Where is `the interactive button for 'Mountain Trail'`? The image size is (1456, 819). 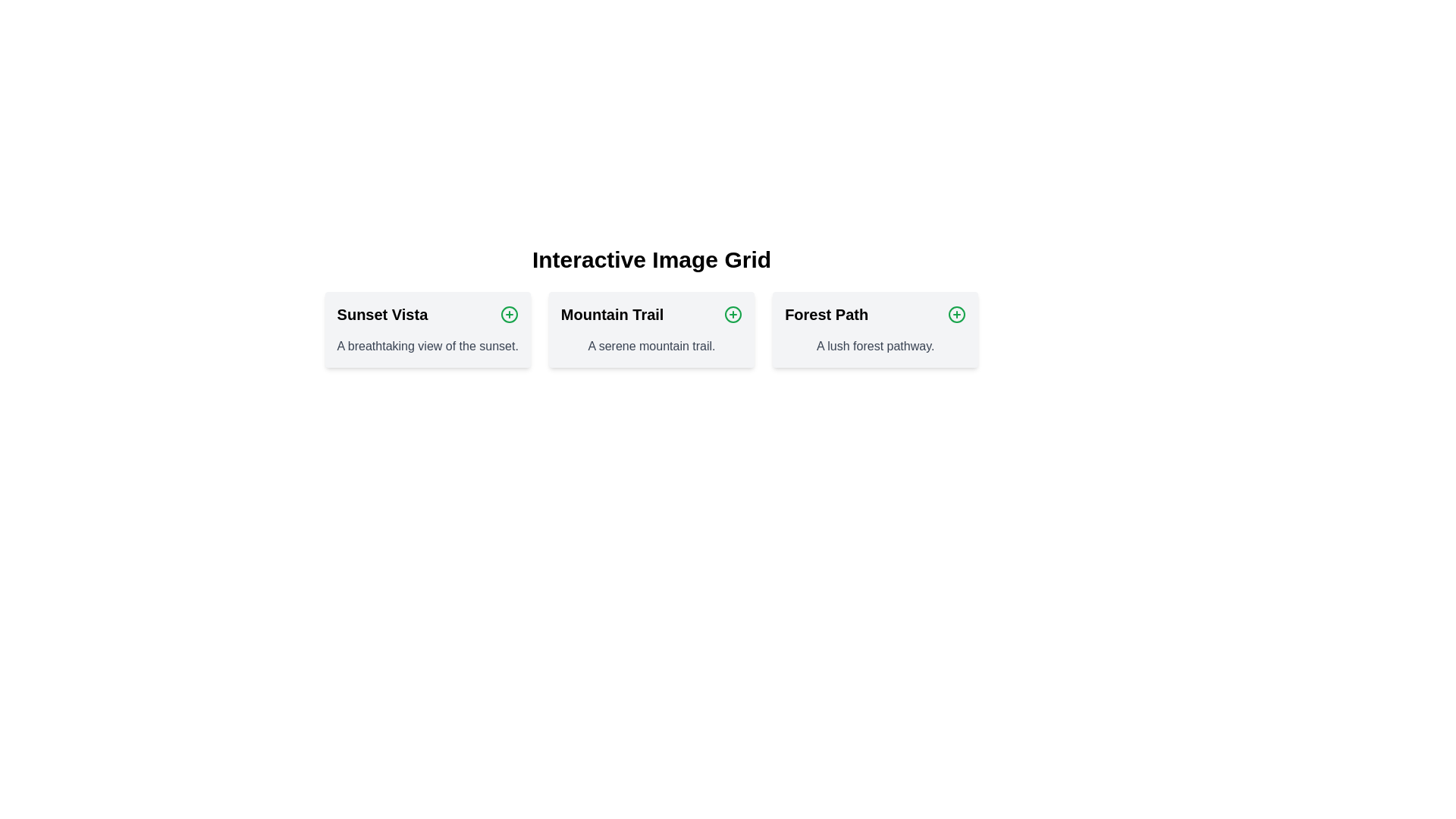 the interactive button for 'Mountain Trail' is located at coordinates (733, 314).